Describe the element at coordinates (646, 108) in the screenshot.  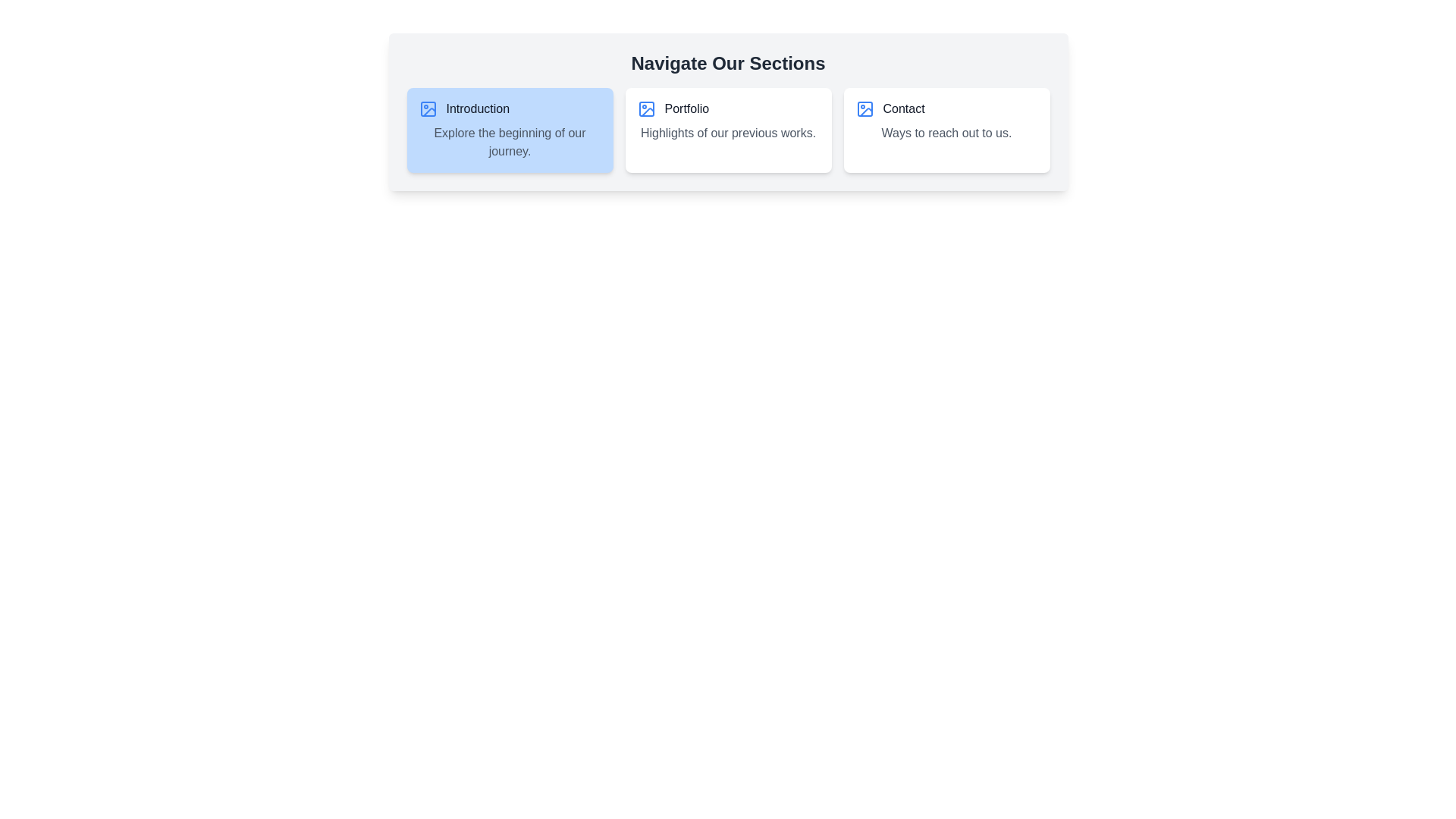
I see `the 'Portfolio' icon located within the second card element of the main section of the webpage, positioned to the left of the 'Portfolio' text label for context clues` at that location.